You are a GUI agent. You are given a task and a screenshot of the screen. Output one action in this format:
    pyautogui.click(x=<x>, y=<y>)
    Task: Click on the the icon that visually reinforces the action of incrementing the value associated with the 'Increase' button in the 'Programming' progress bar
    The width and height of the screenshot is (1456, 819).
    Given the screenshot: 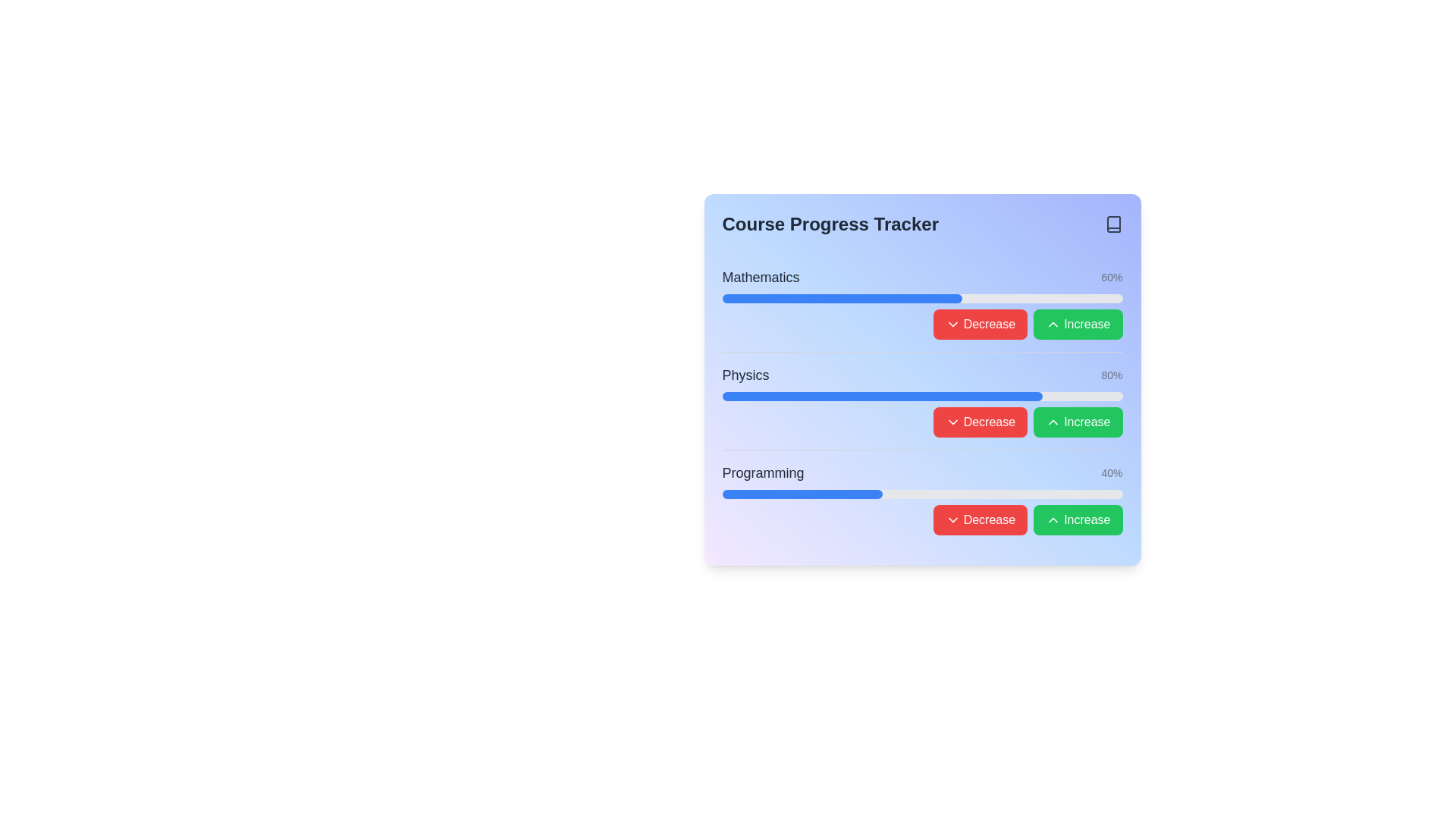 What is the action you would take?
    pyautogui.click(x=1053, y=519)
    